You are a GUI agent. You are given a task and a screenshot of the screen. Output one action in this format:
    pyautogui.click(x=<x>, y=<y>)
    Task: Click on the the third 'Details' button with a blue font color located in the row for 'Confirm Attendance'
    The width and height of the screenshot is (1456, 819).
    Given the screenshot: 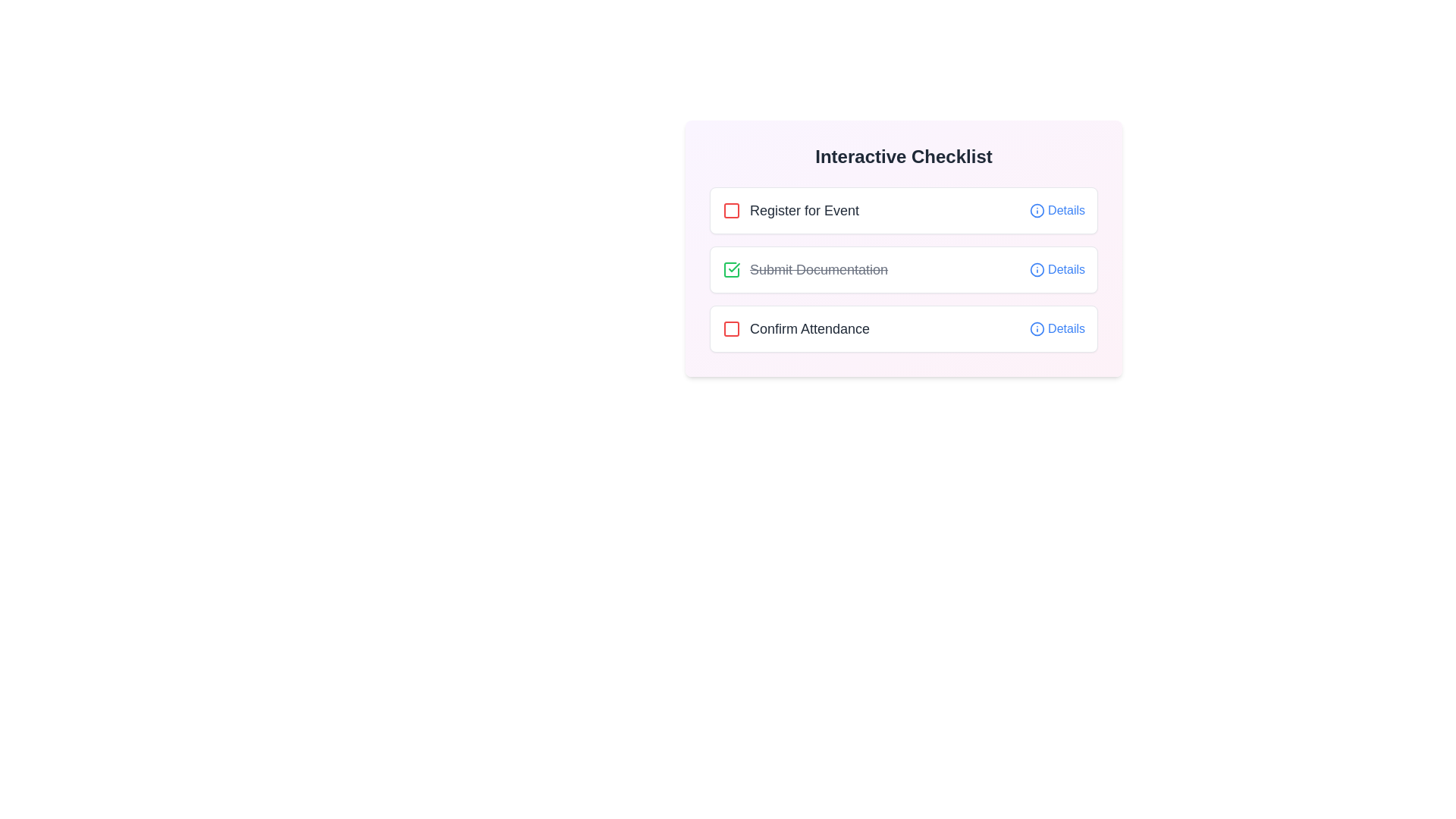 What is the action you would take?
    pyautogui.click(x=1056, y=328)
    